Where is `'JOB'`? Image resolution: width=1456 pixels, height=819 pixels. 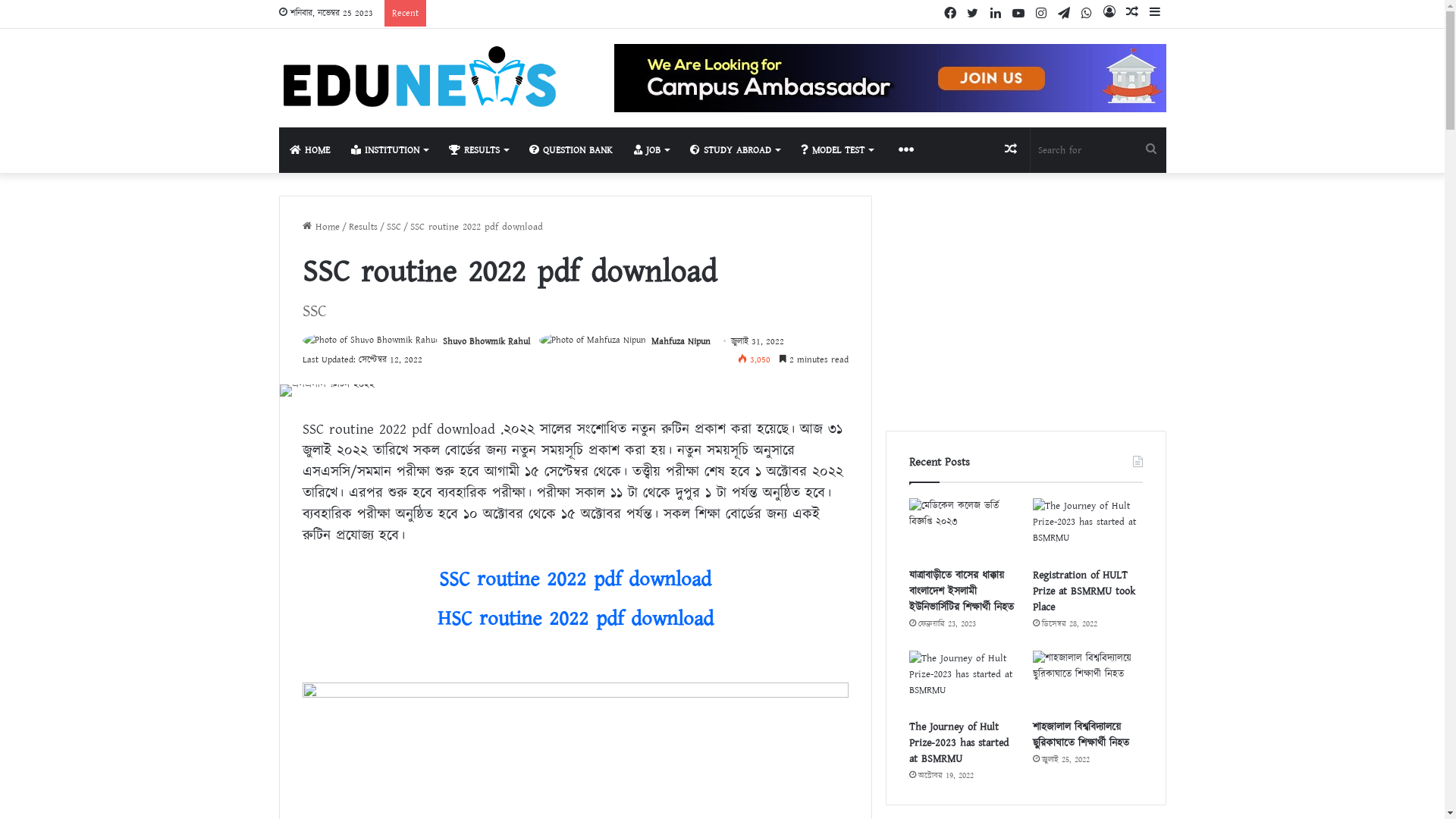
'JOB' is located at coordinates (651, 149).